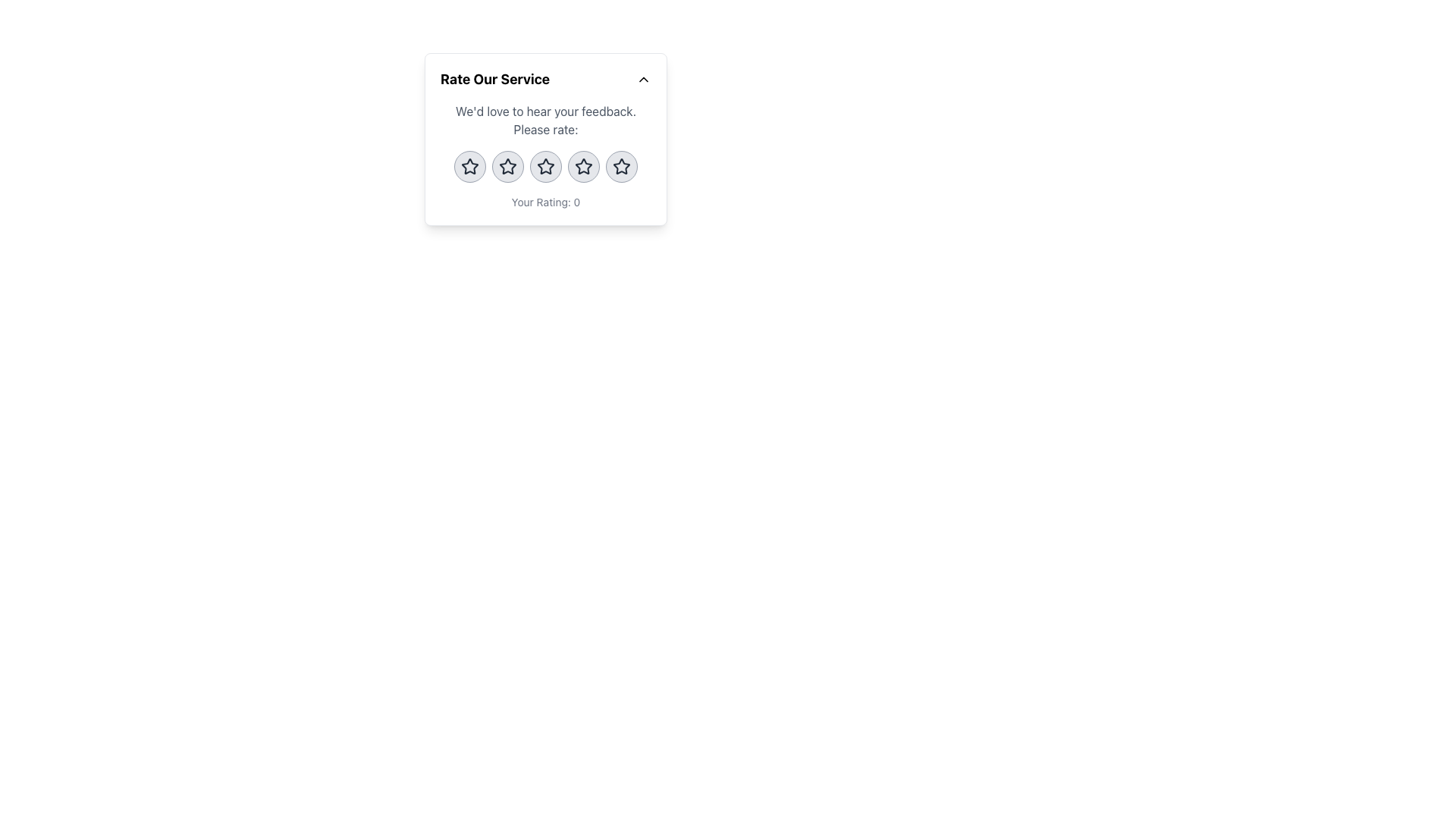  What do you see at coordinates (582, 166) in the screenshot?
I see `the third star icon in the 'Rate Our Service' panel to assign a middle rating value` at bounding box center [582, 166].